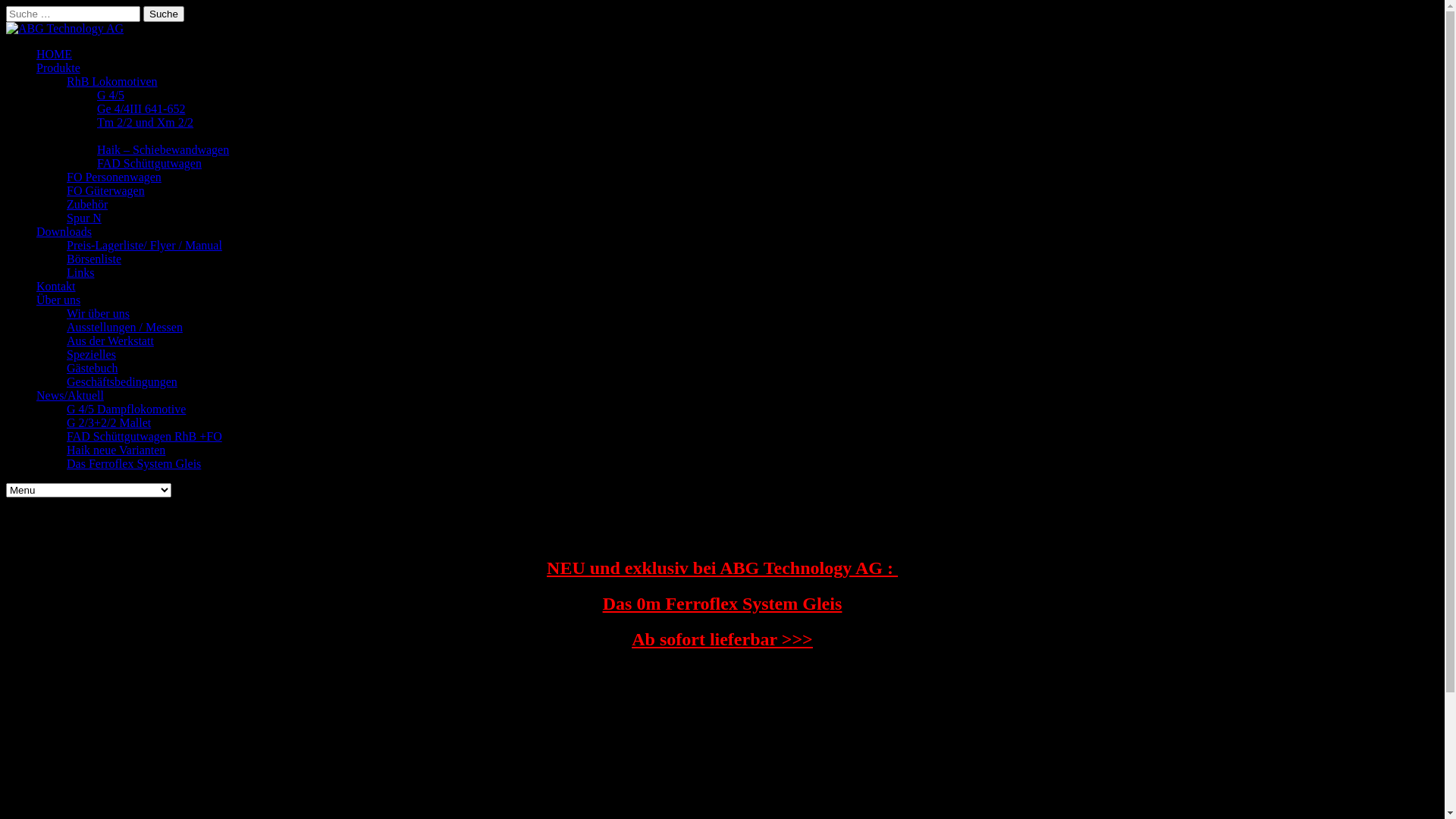  I want to click on 'Links', so click(79, 271).